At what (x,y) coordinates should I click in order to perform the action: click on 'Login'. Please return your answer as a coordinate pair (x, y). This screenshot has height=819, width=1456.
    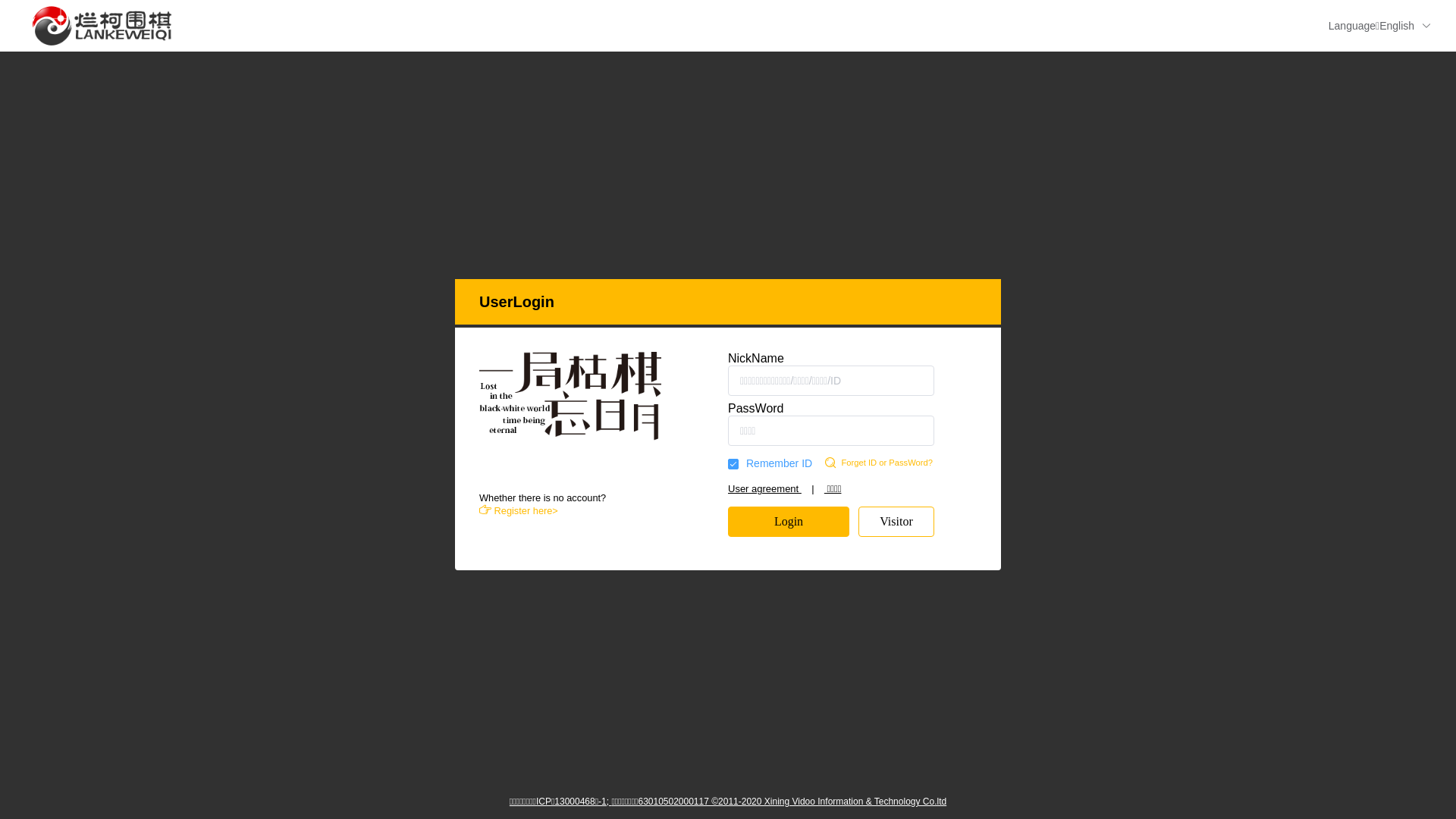
    Looking at the image, I should click on (789, 520).